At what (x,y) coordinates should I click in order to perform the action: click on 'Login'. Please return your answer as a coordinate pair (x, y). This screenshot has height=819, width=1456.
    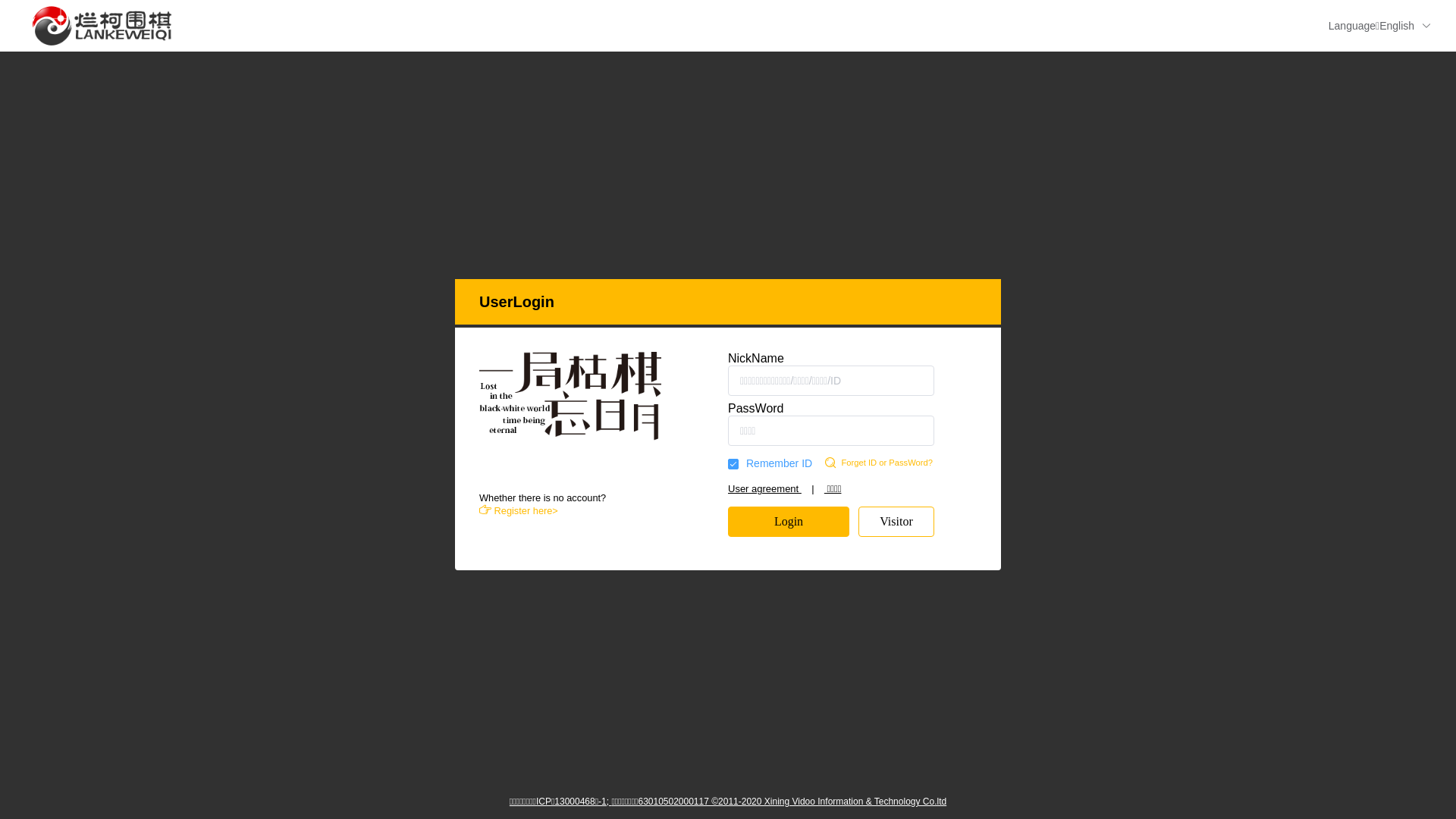
    Looking at the image, I should click on (789, 520).